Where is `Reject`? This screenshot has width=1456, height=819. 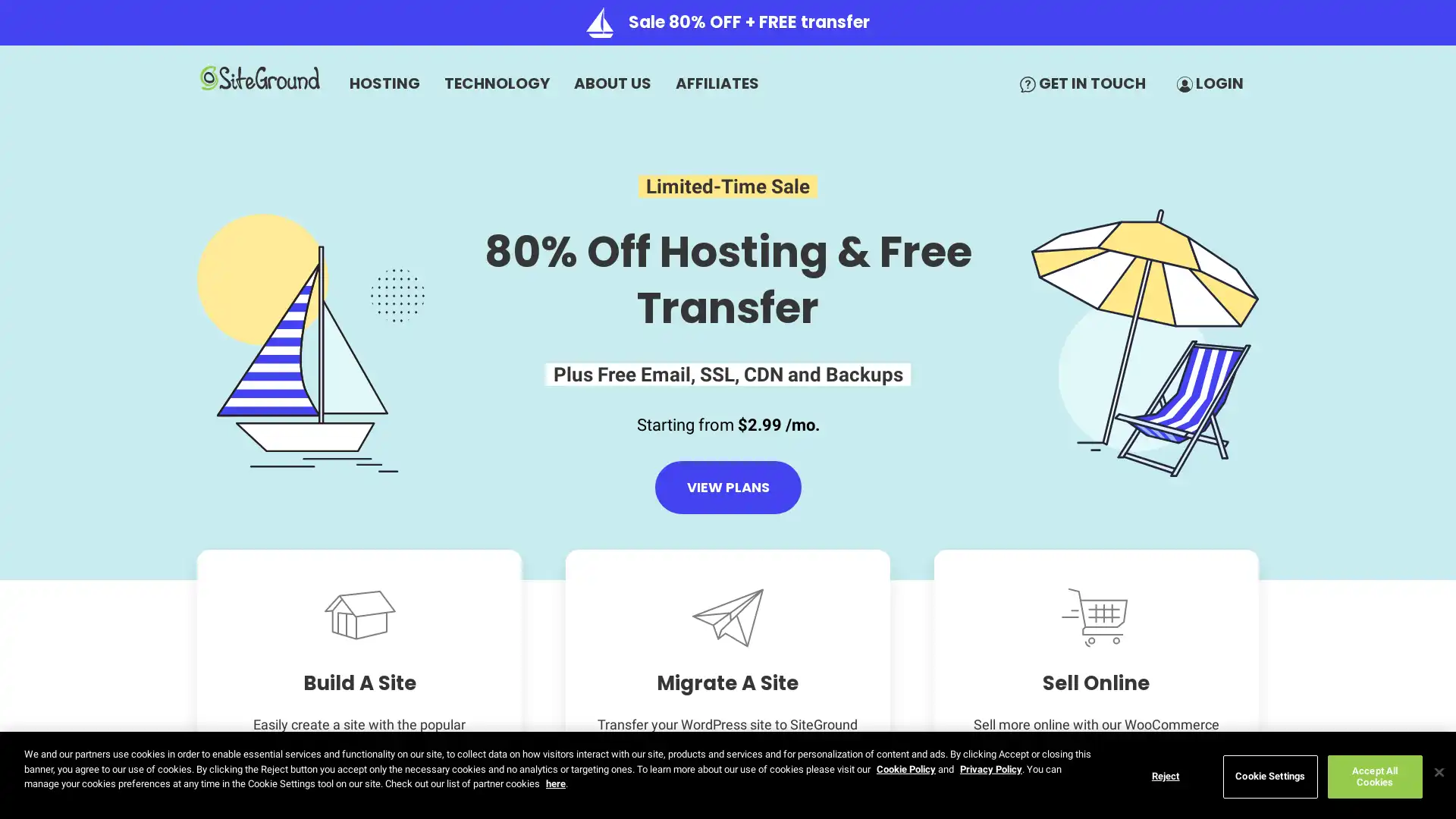
Reject is located at coordinates (1164, 776).